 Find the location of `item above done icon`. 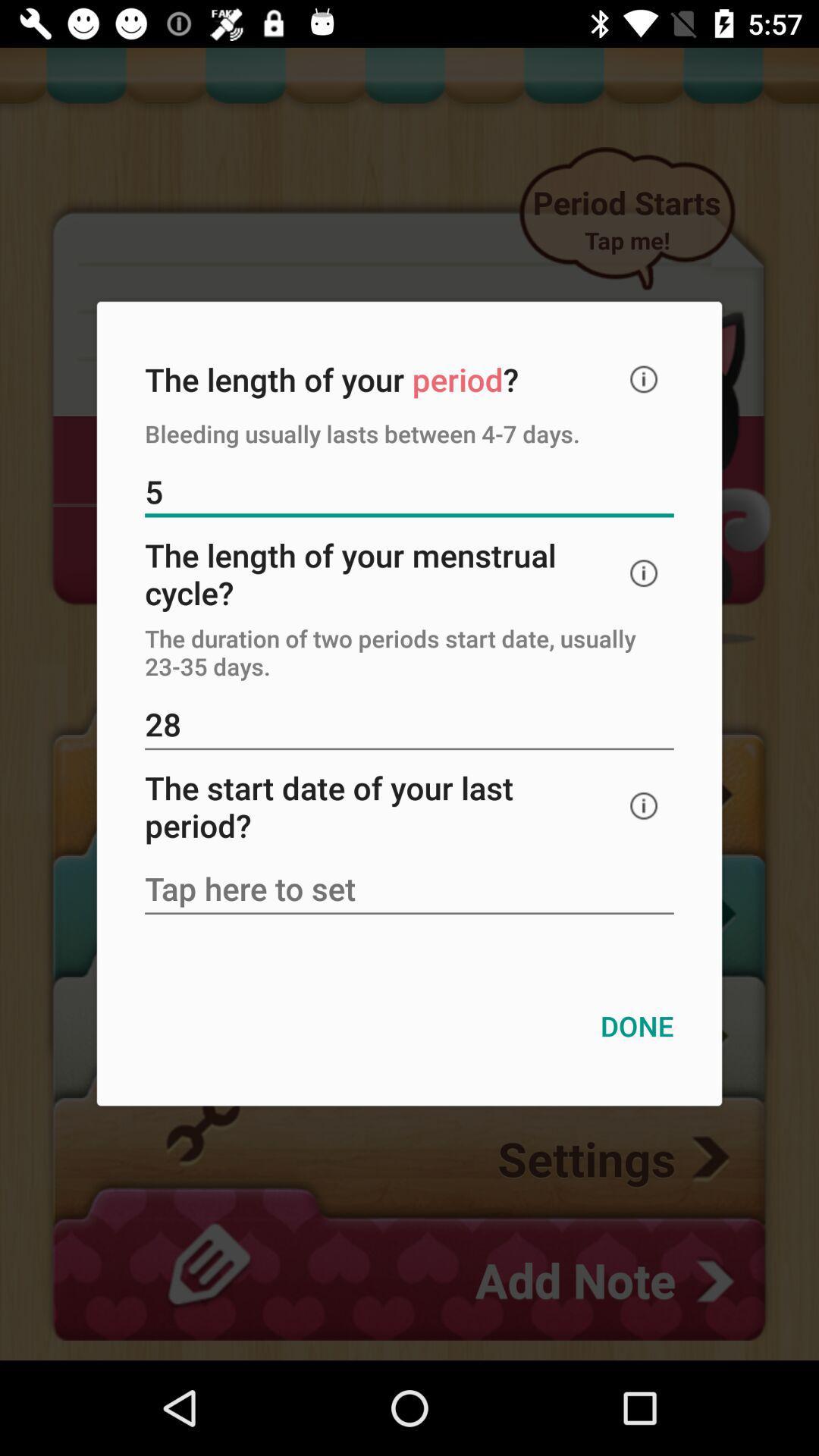

item above done icon is located at coordinates (409, 890).